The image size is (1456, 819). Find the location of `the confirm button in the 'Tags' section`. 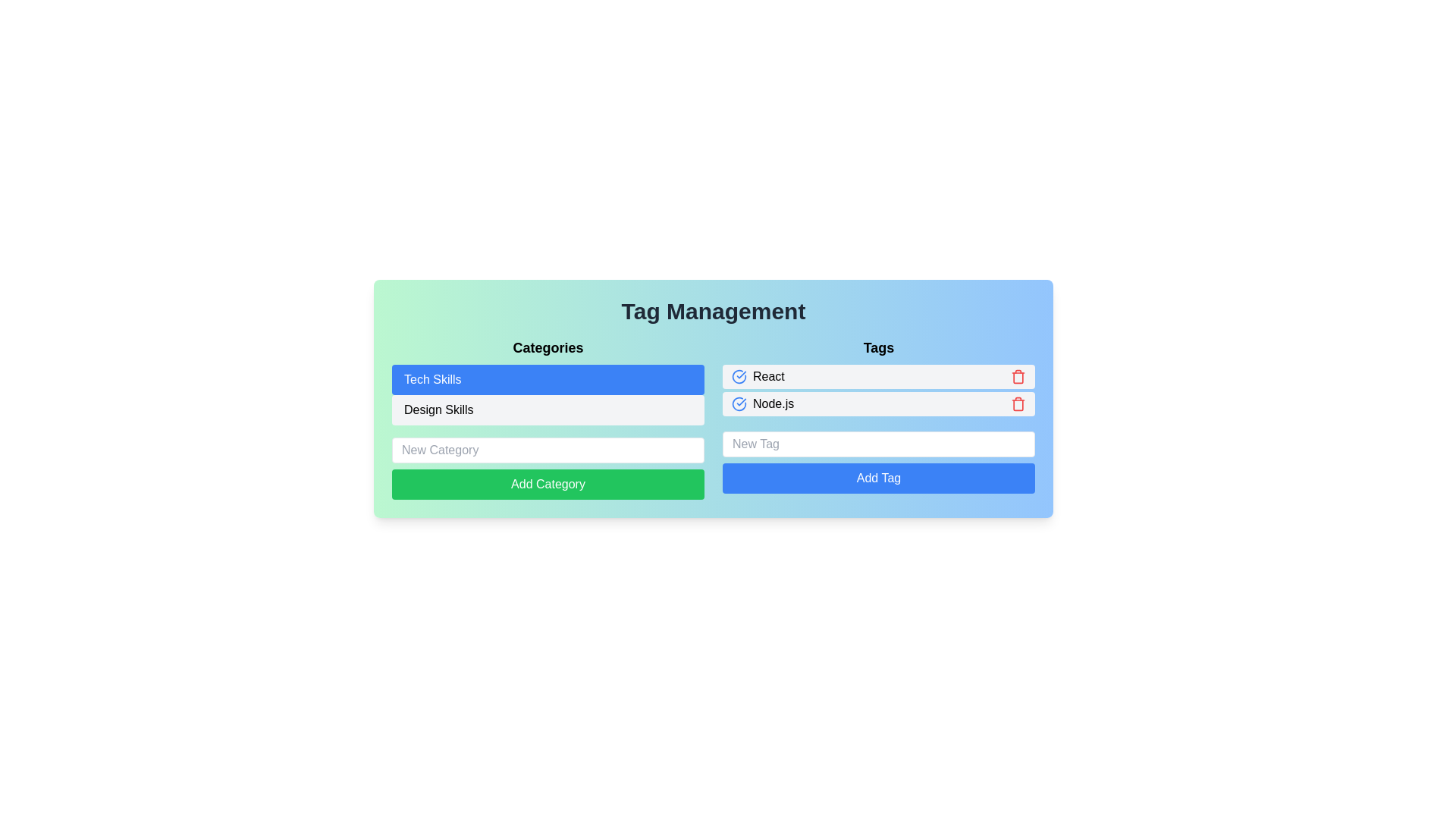

the confirm button in the 'Tags' section is located at coordinates (878, 479).